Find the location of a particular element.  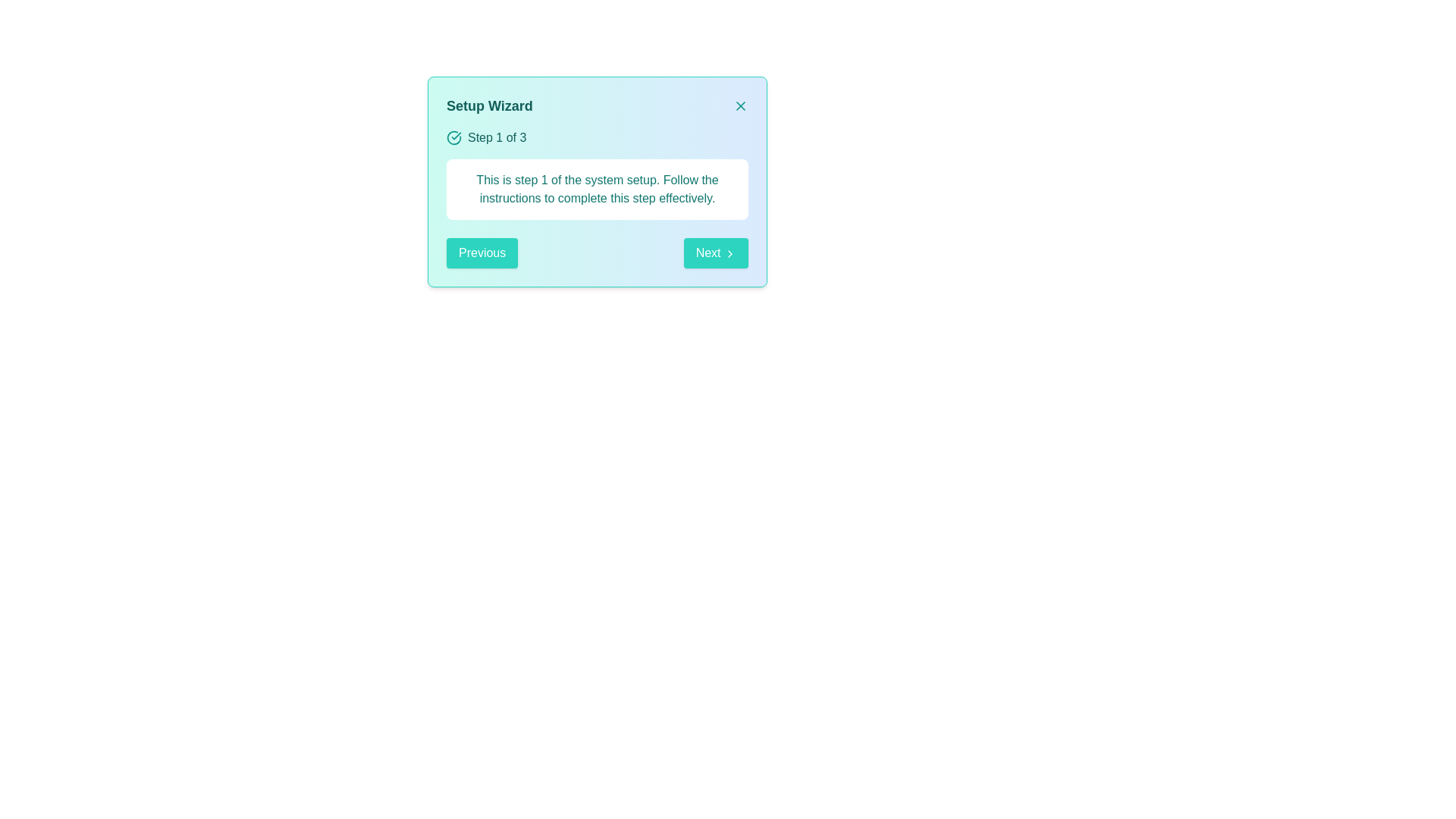

the 'Close' button to close the wizard is located at coordinates (741, 105).